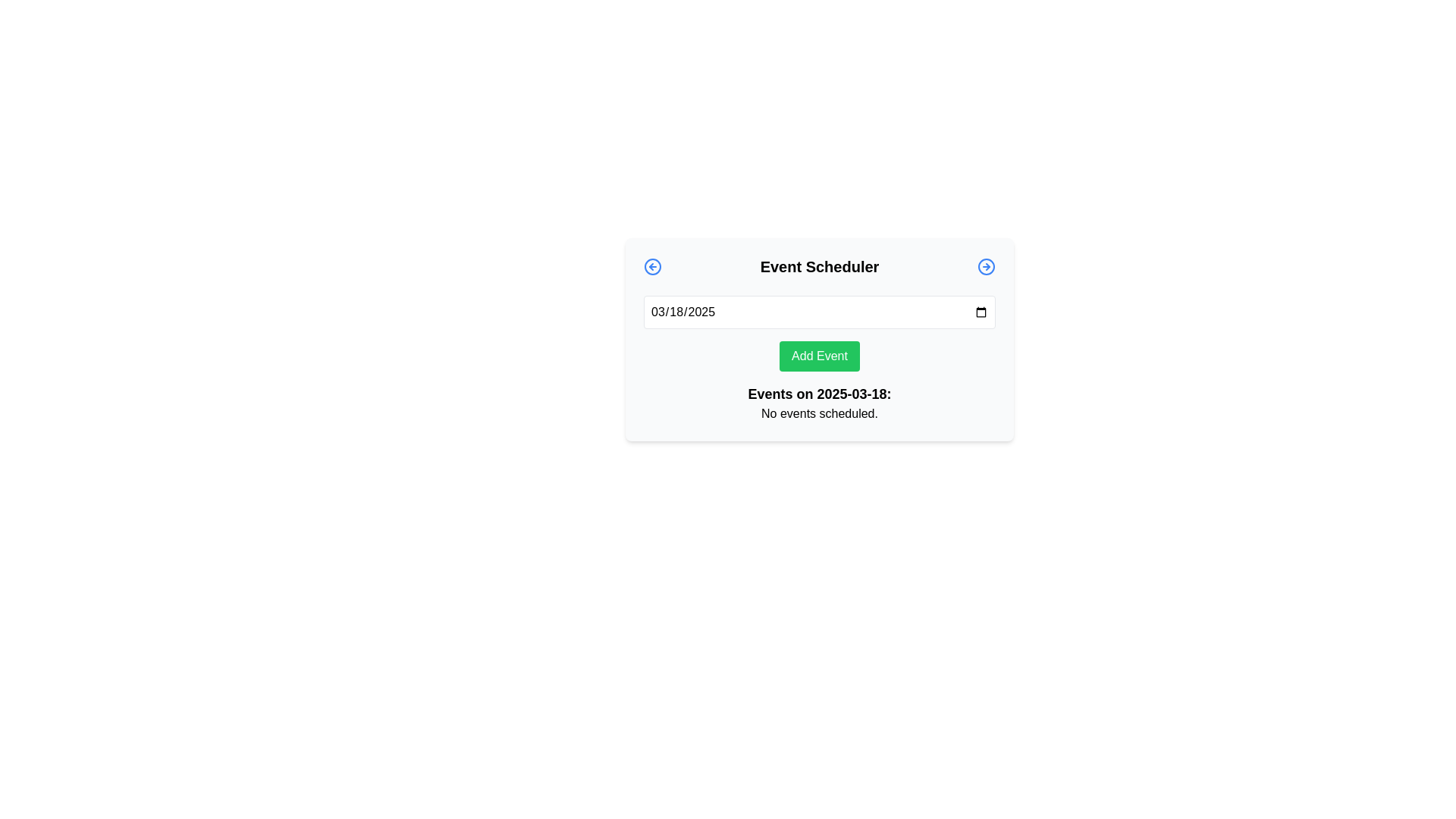  I want to click on the navigation button represented by an icon located at the top-right corner of the 'Event Scheduler' card, so click(986, 265).